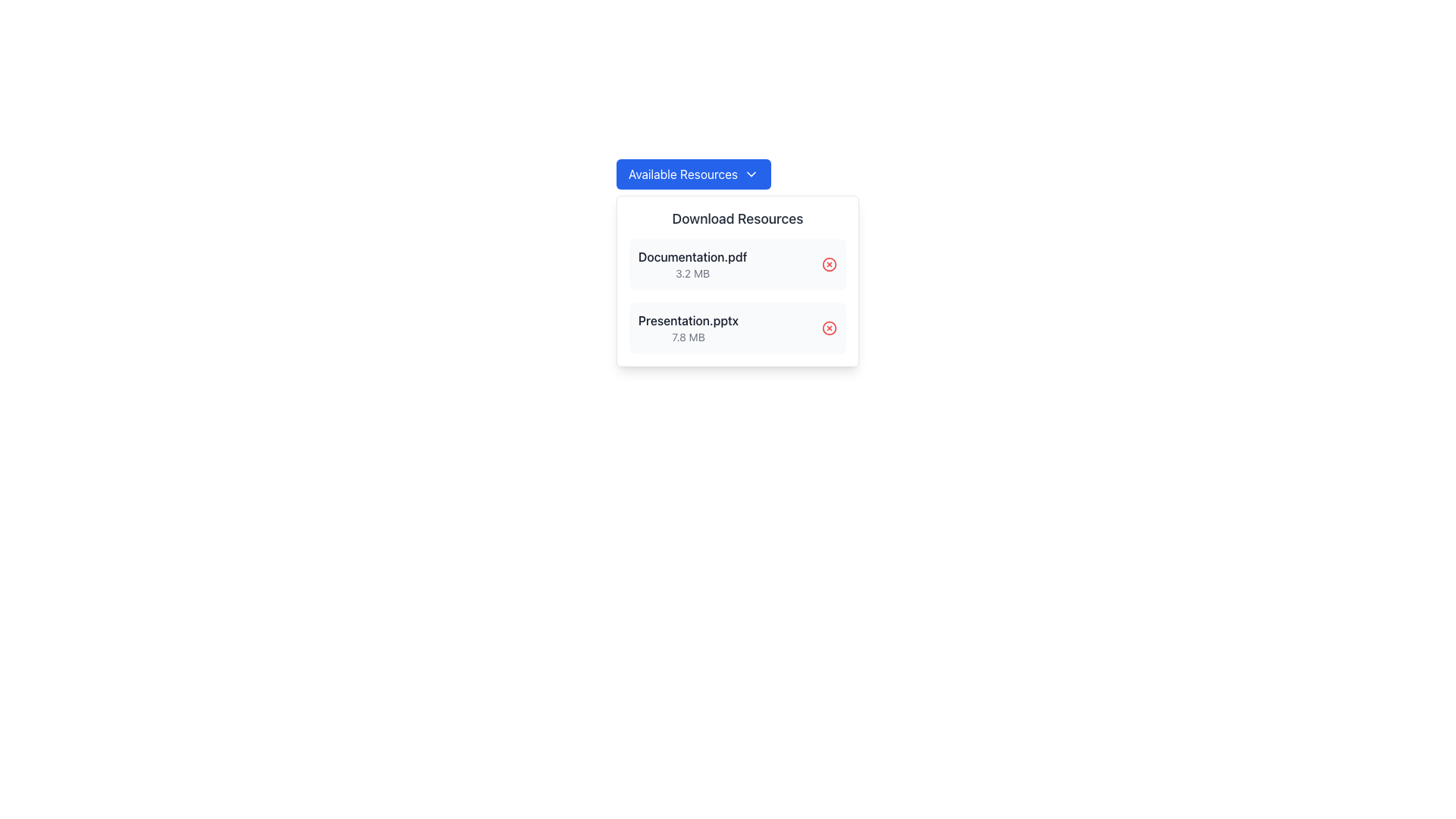 This screenshot has height=819, width=1456. Describe the element at coordinates (692, 274) in the screenshot. I see `the label that indicates the file size of 'Documentation.pdf' in the bottom-right section of the modal containing downloadable resources` at that location.